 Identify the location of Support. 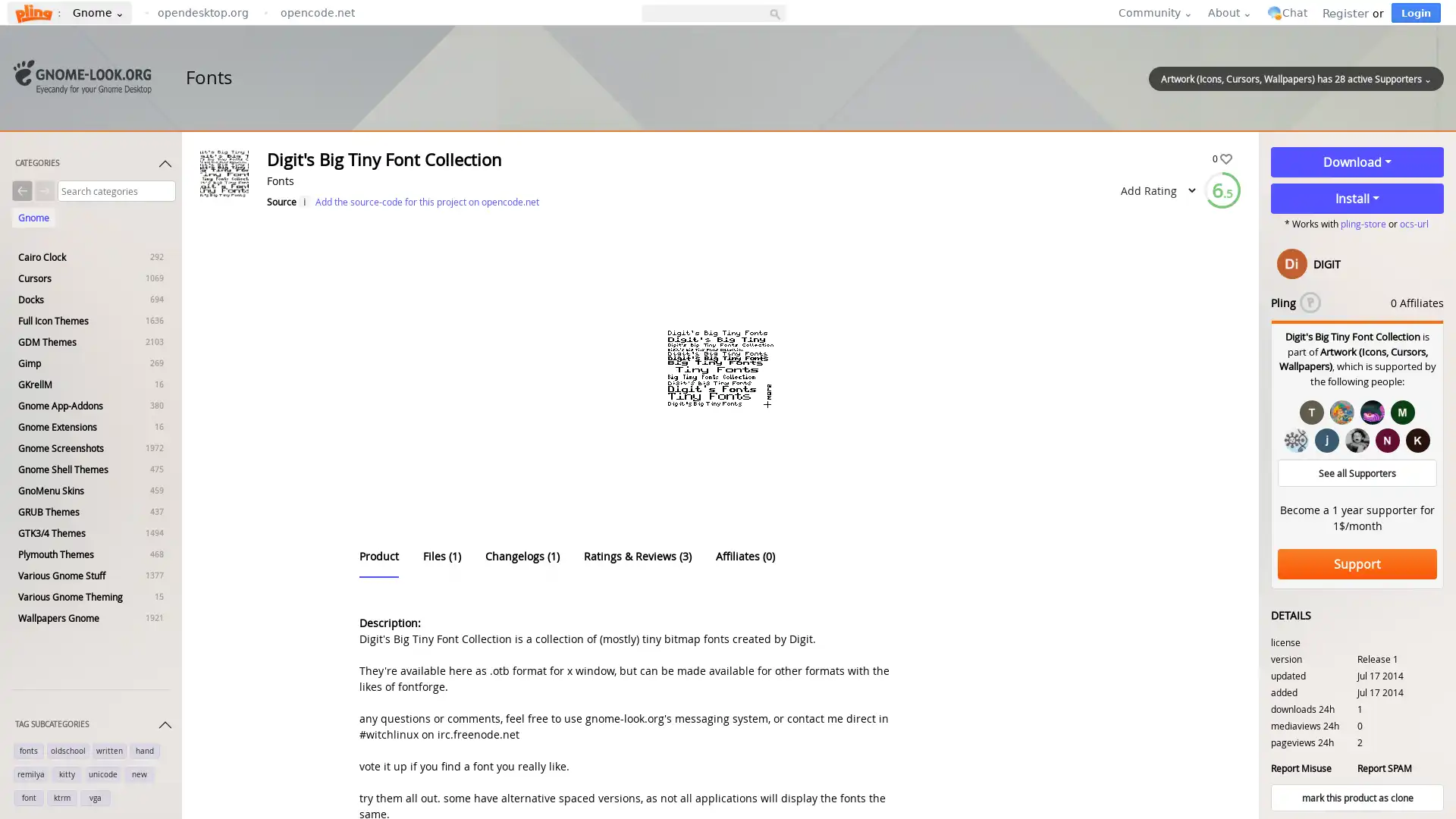
(1357, 564).